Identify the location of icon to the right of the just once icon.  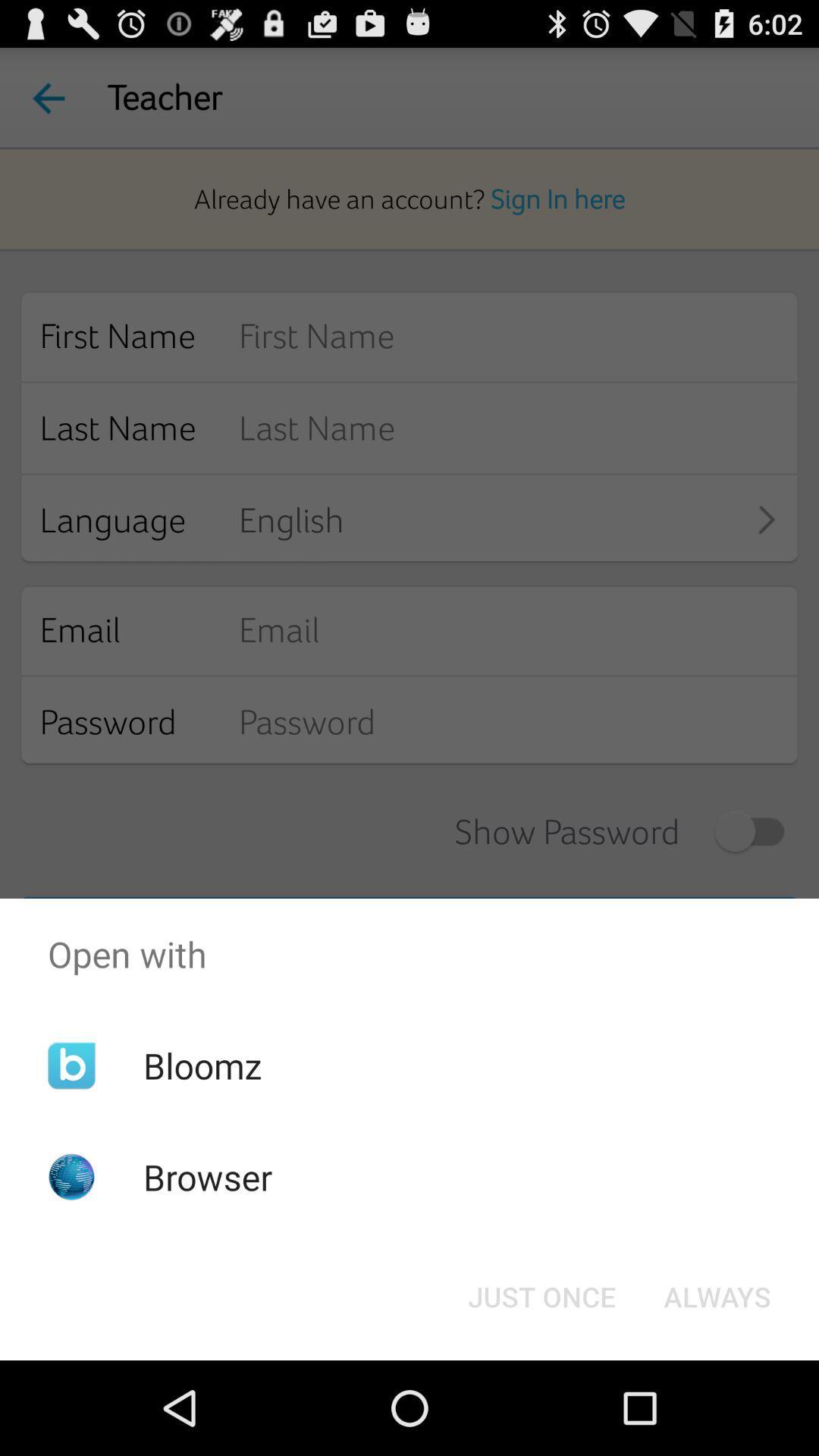
(717, 1295).